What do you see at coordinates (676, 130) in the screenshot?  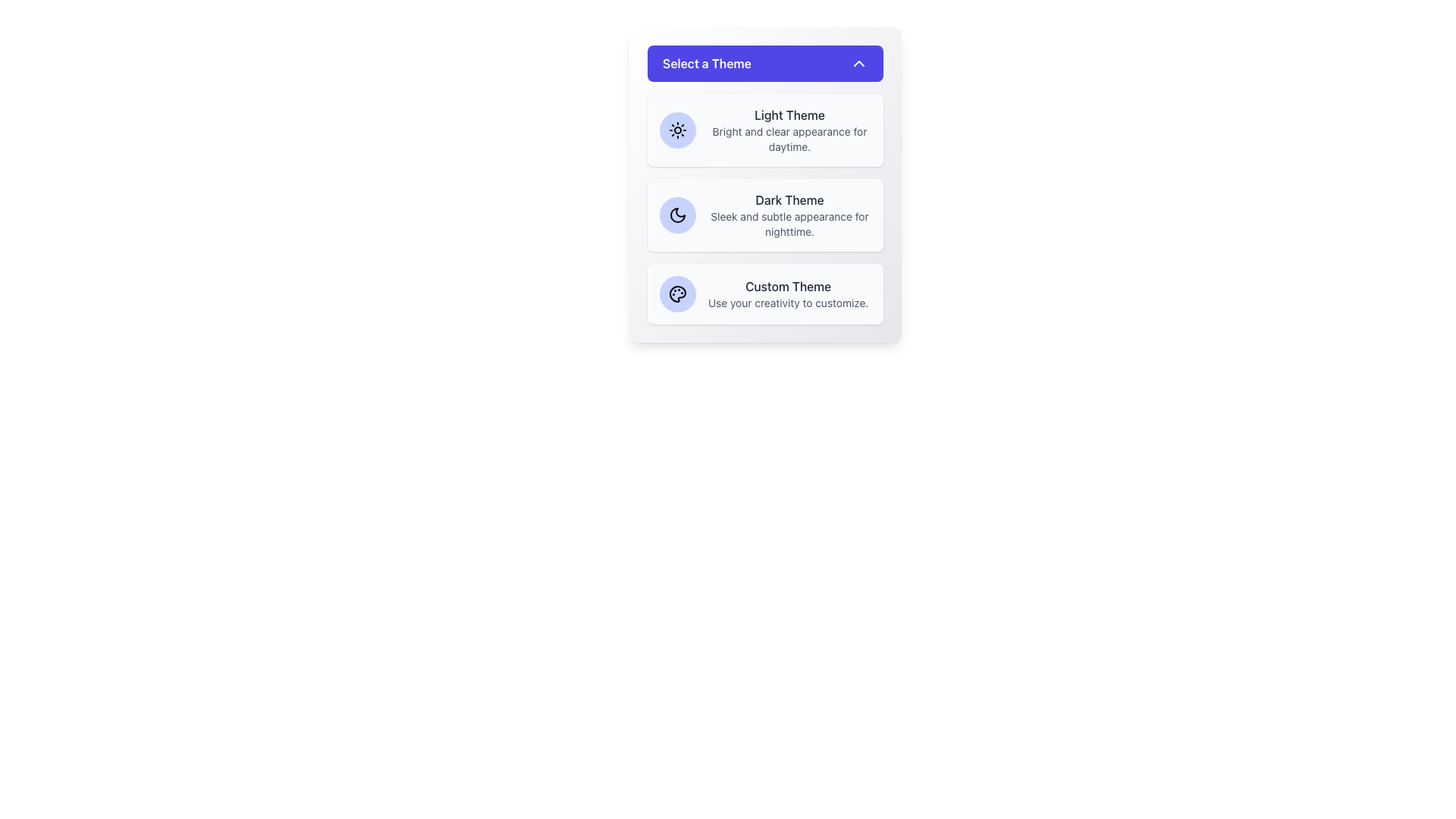 I see `the stylized sun icon representing the light theme, located at the top of the theme options within the 'Select a Theme' dropdown` at bounding box center [676, 130].